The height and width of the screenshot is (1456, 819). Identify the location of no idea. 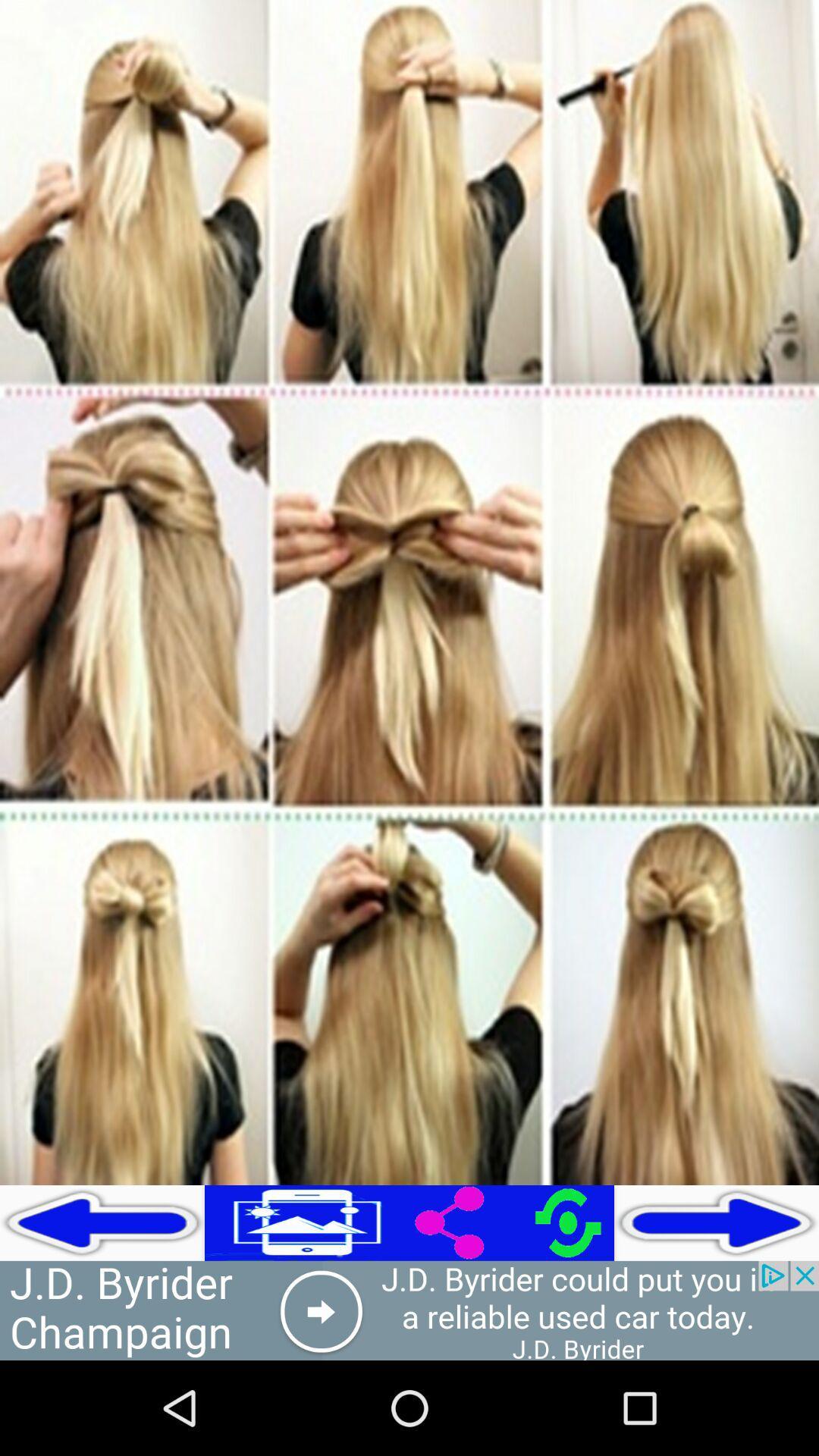
(409, 1310).